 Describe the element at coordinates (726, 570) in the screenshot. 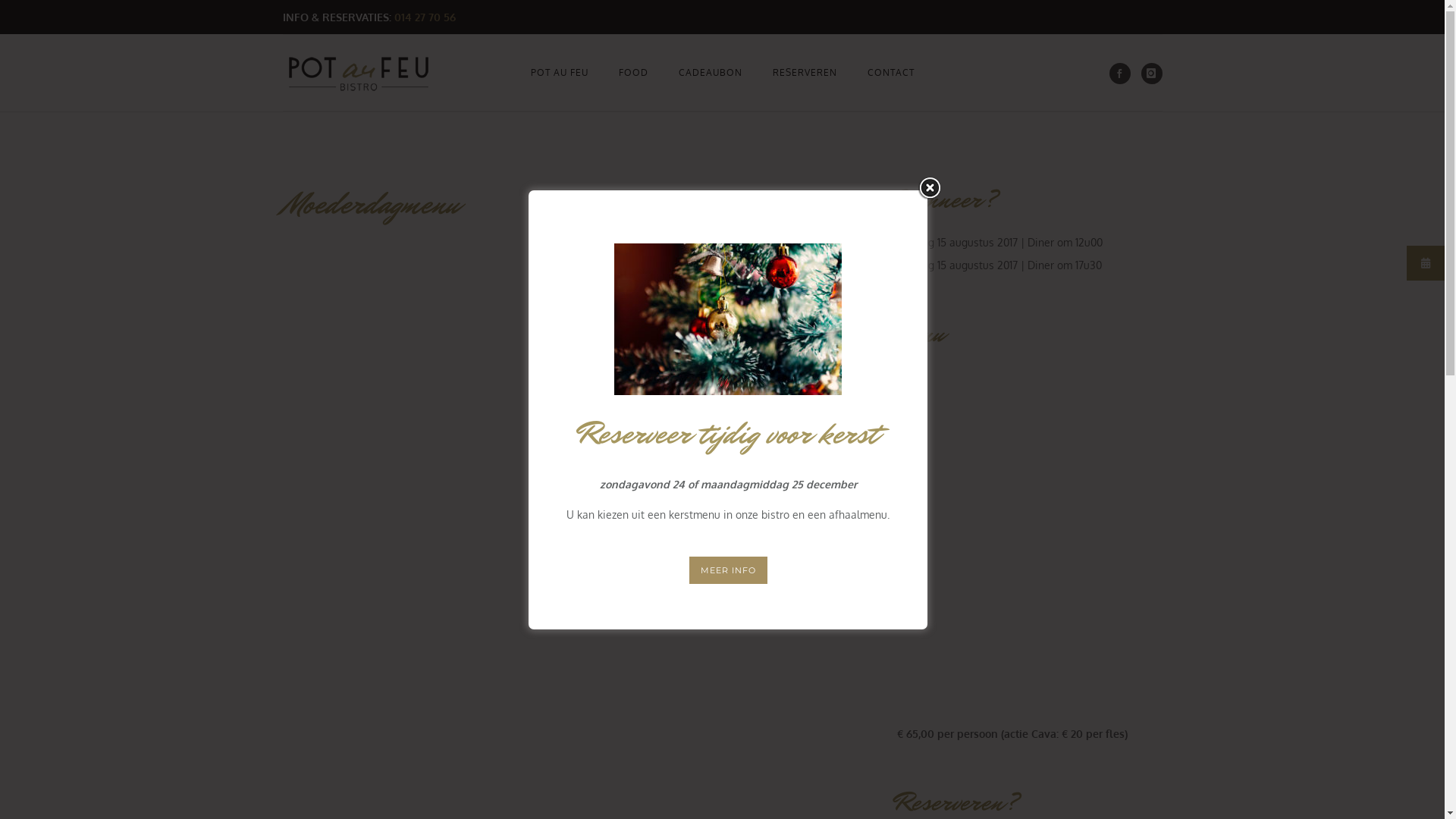

I see `'MEER INFO'` at that location.